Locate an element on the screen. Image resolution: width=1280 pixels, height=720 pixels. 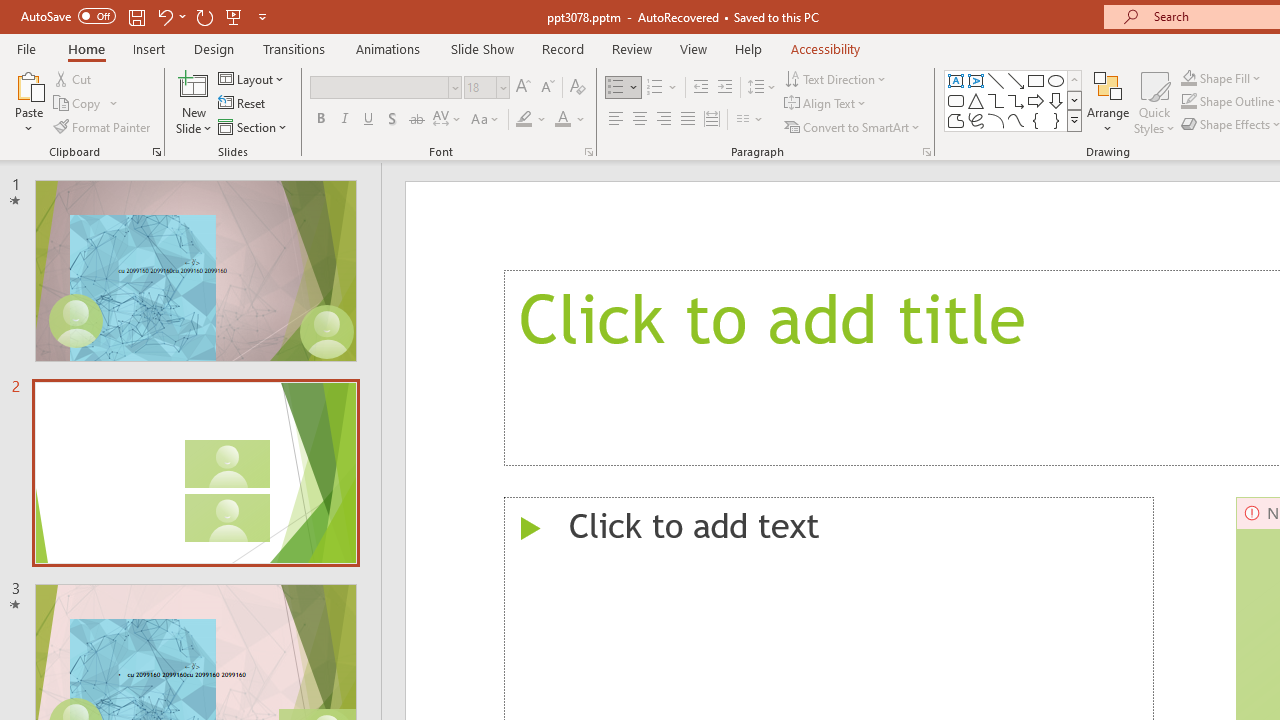
'Font Color Red' is located at coordinates (561, 119).